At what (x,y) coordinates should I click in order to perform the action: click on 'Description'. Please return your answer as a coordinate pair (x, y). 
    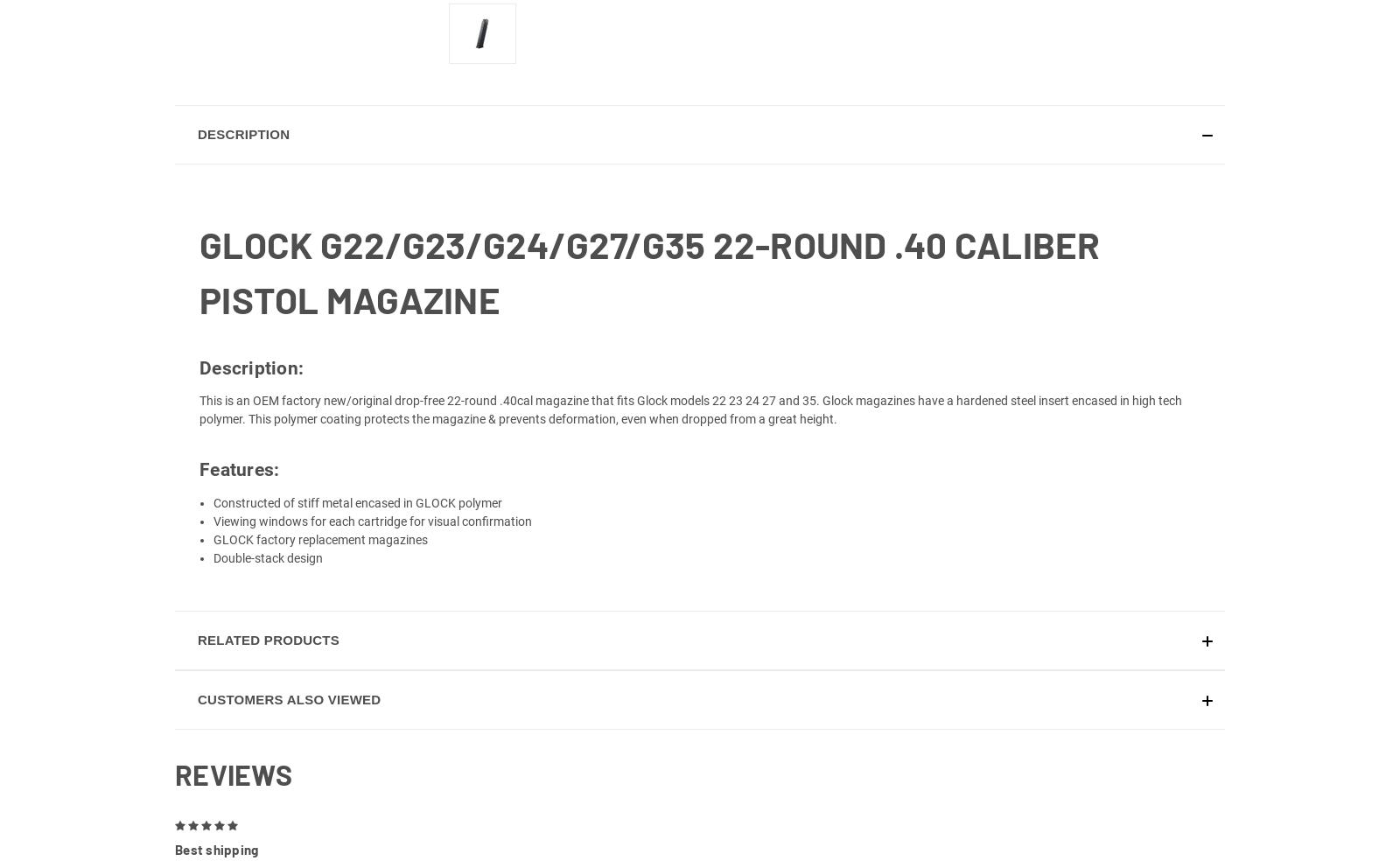
    Looking at the image, I should click on (243, 154).